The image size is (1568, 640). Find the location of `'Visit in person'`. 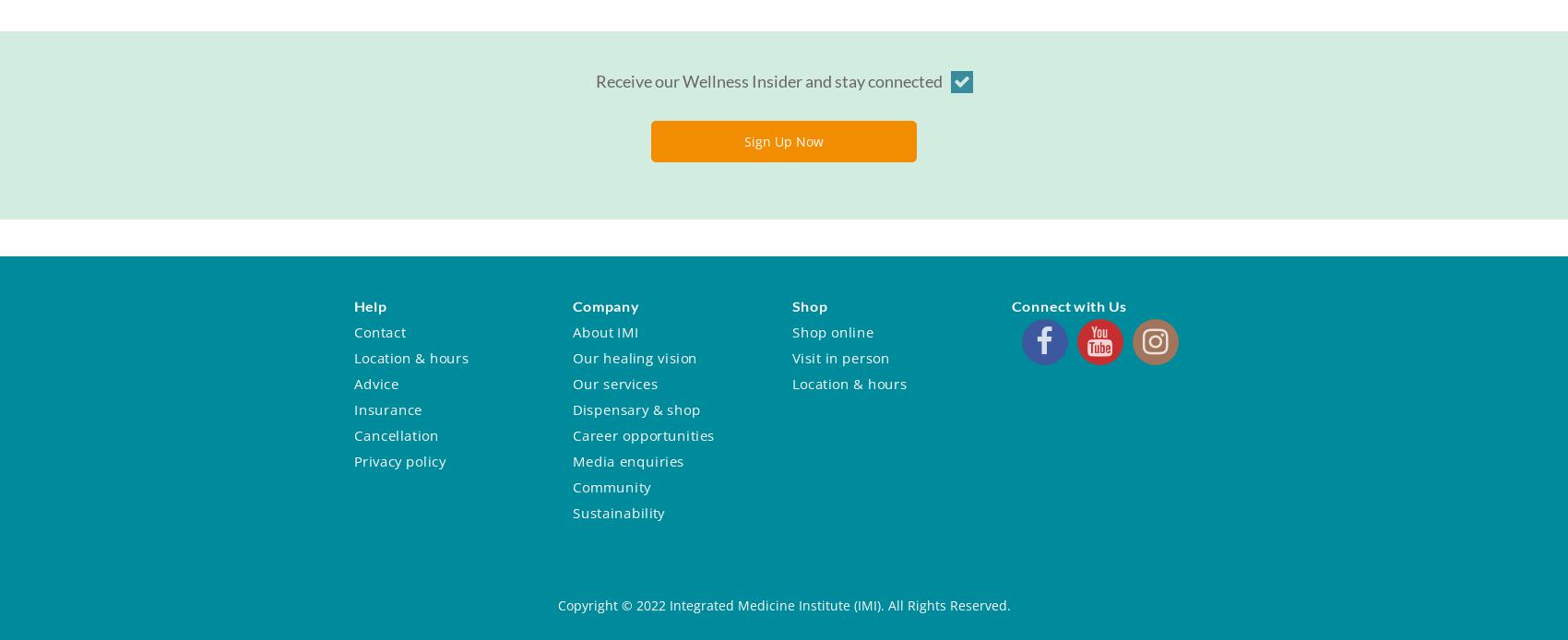

'Visit in person' is located at coordinates (840, 357).